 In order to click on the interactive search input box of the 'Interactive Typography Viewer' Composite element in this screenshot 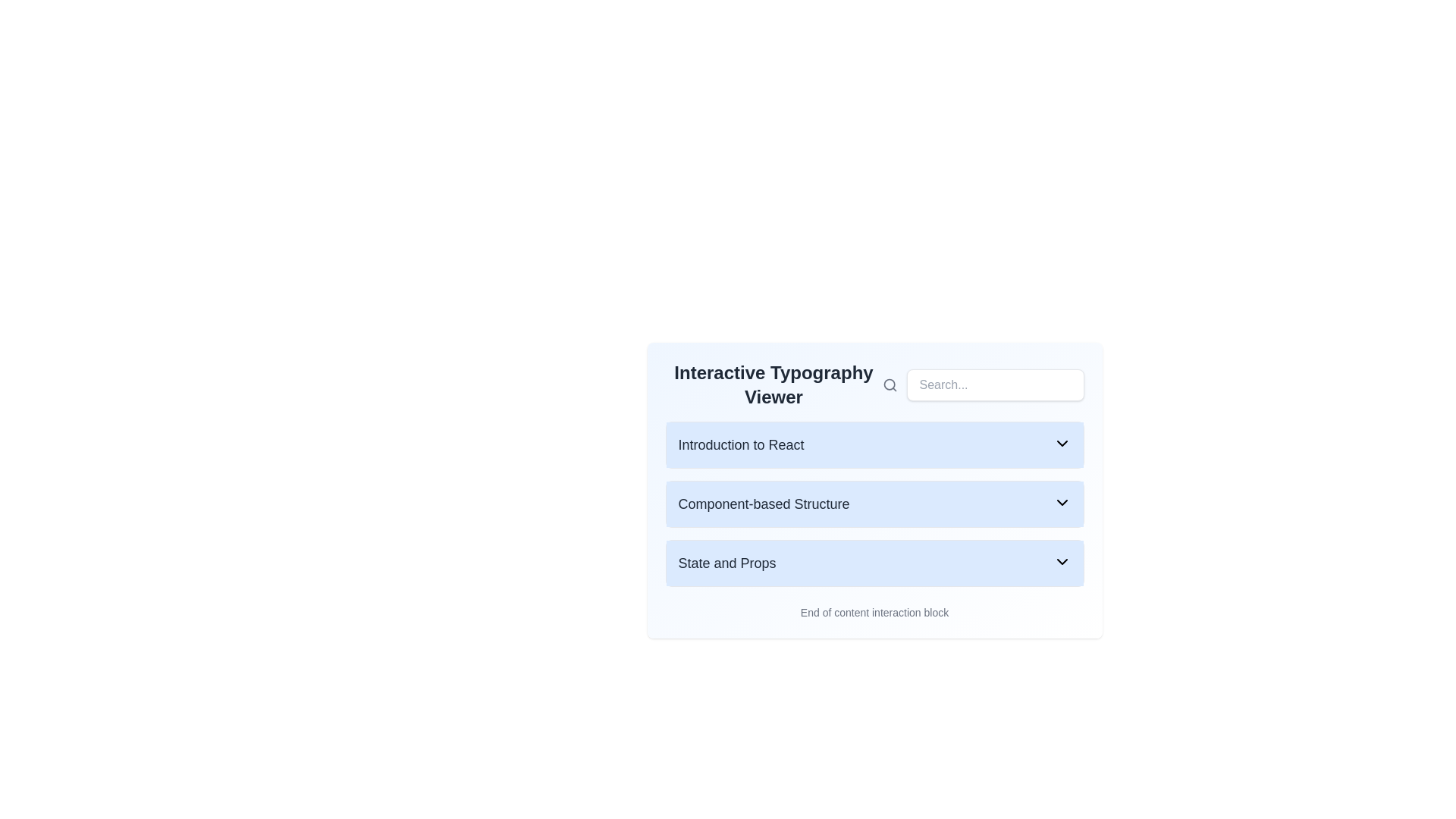, I will do `click(874, 384)`.